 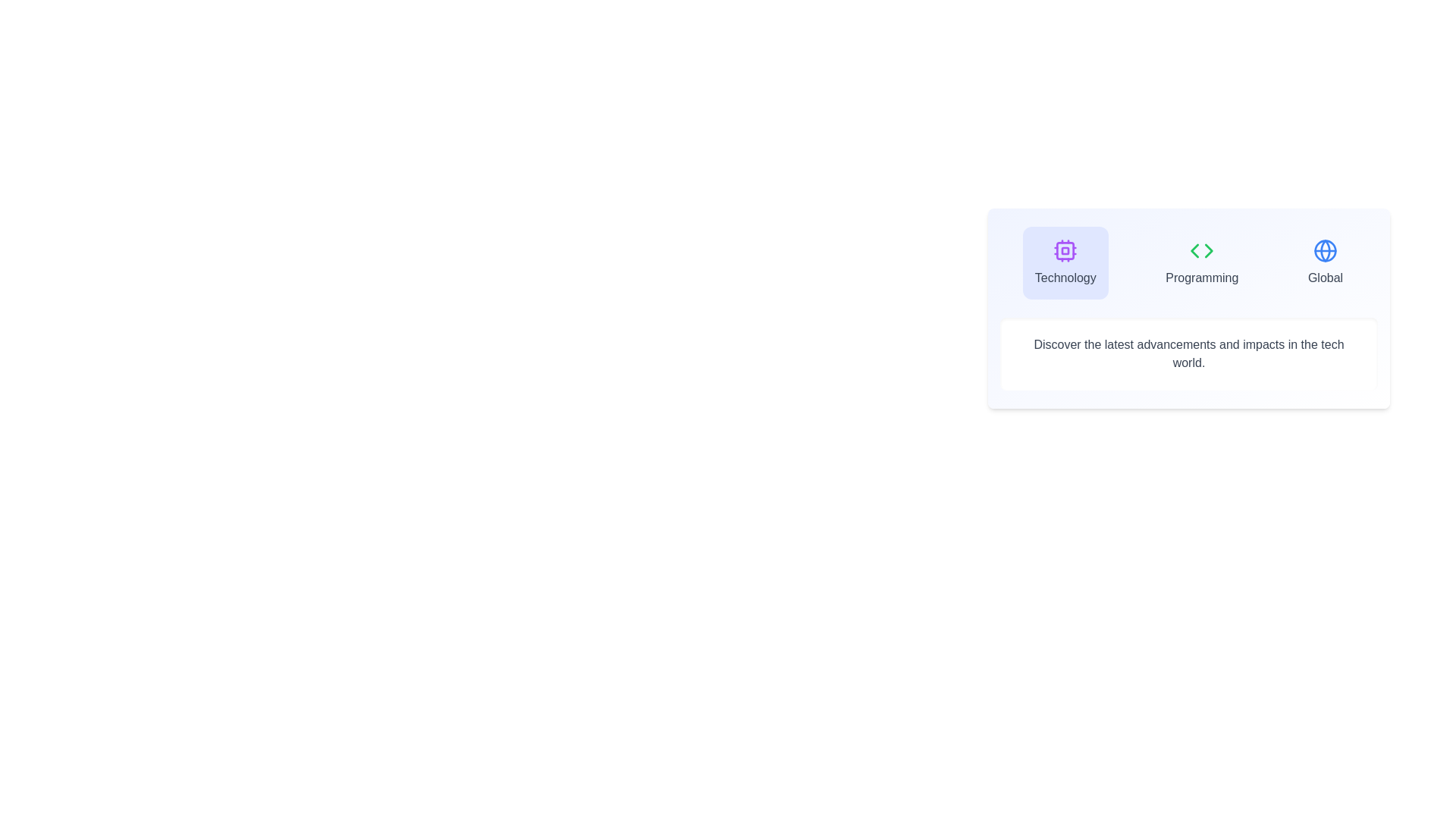 What do you see at coordinates (1065, 262) in the screenshot?
I see `the tab labeled Technology to view its content` at bounding box center [1065, 262].